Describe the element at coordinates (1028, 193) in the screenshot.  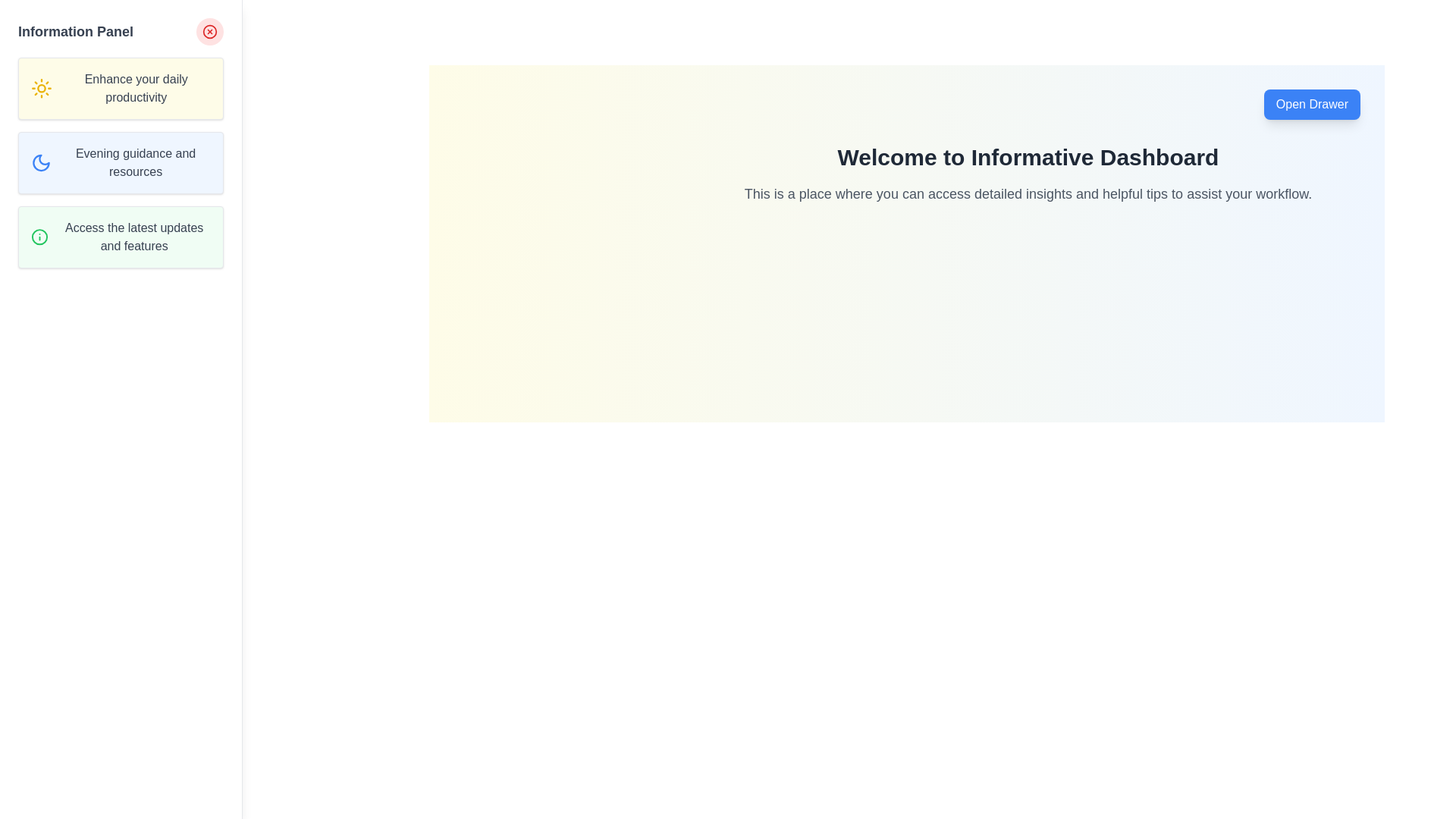
I see `text from the light gray Text Label located below the bold title 'Welcome to Informative Dashboard.'` at that location.